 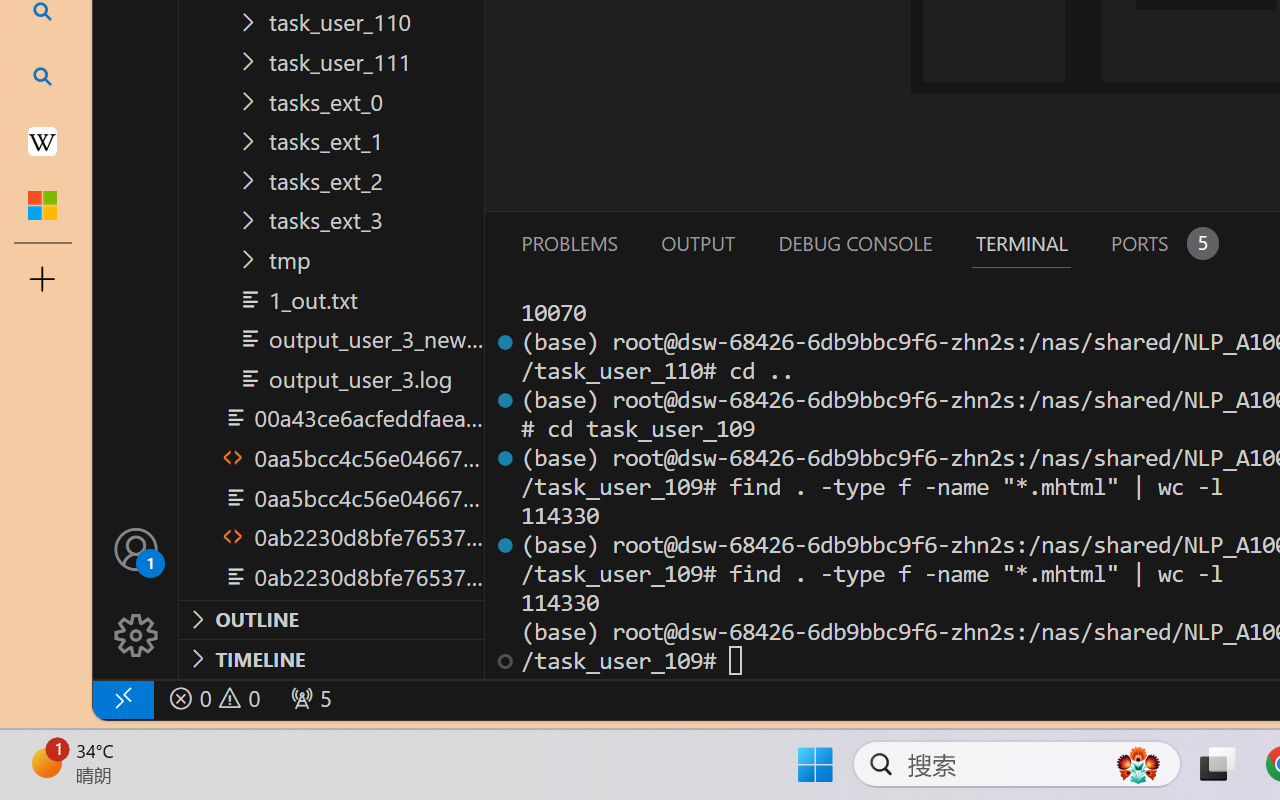 I want to click on 'Output (Ctrl+Shift+U)', so click(x=696, y=242).